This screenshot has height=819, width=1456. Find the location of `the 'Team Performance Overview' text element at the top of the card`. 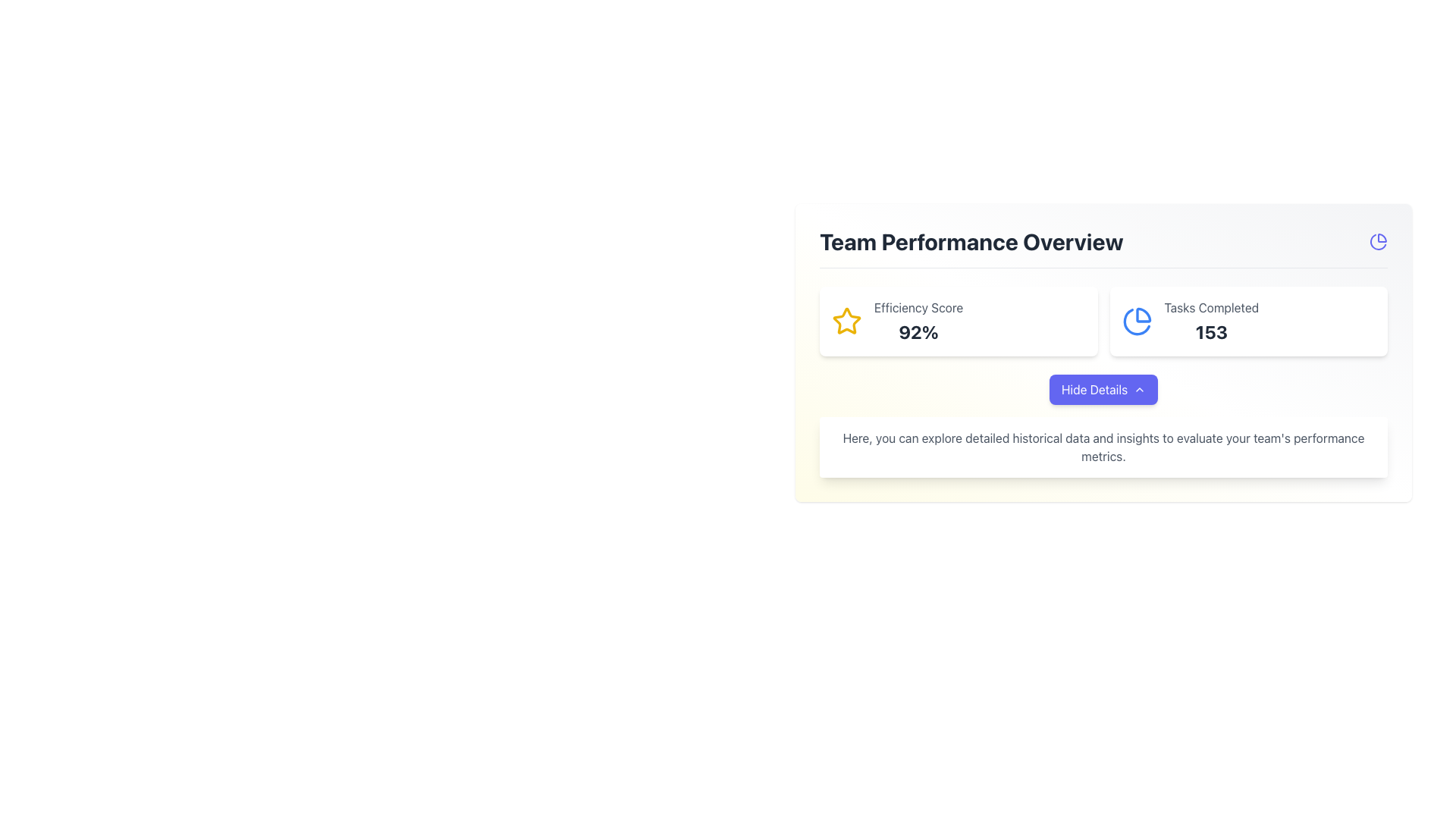

the 'Team Performance Overview' text element at the top of the card is located at coordinates (1103, 247).